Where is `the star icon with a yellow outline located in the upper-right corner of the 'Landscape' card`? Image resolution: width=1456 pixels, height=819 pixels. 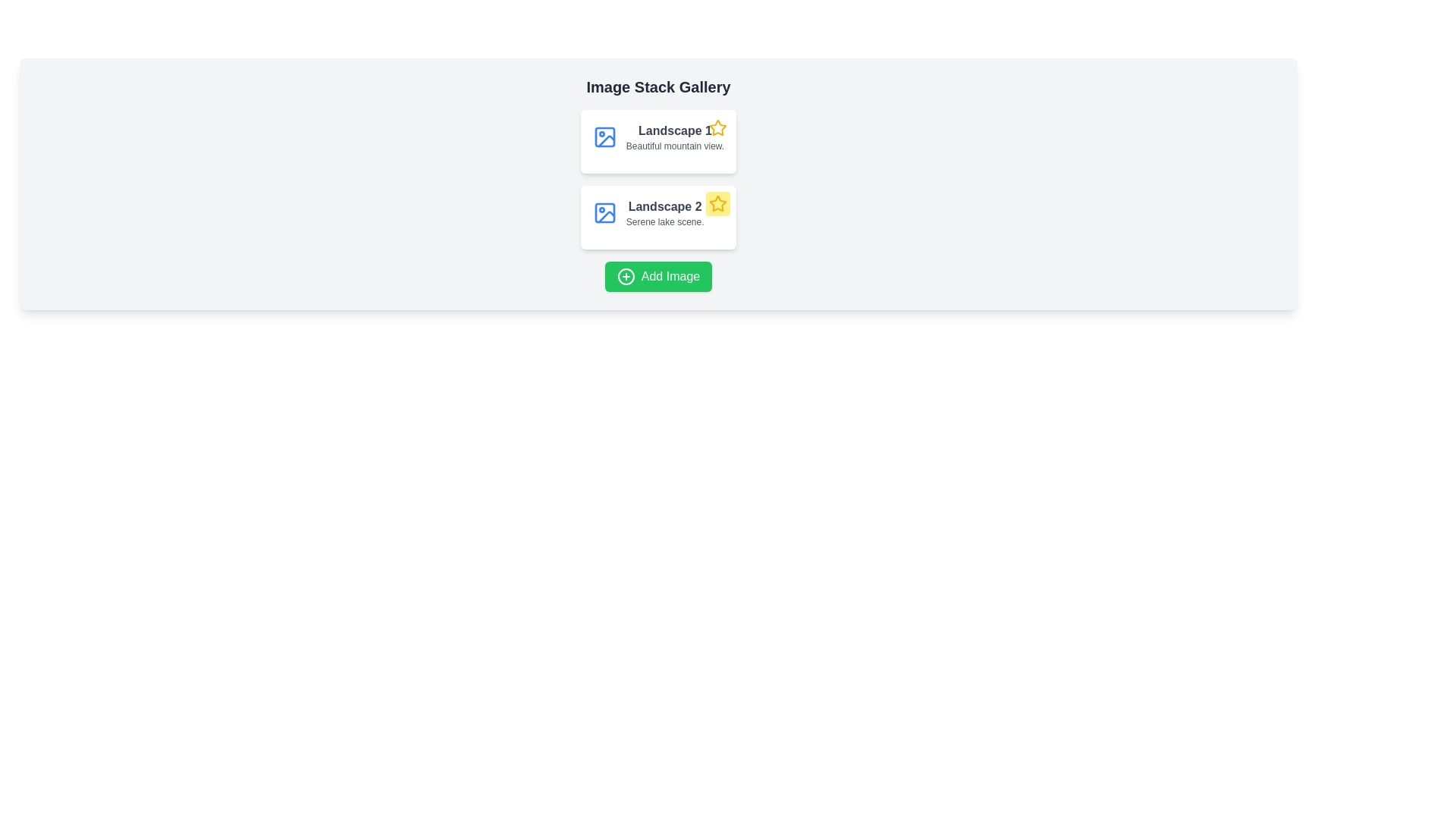 the star icon with a yellow outline located in the upper-right corner of the 'Landscape' card is located at coordinates (717, 127).